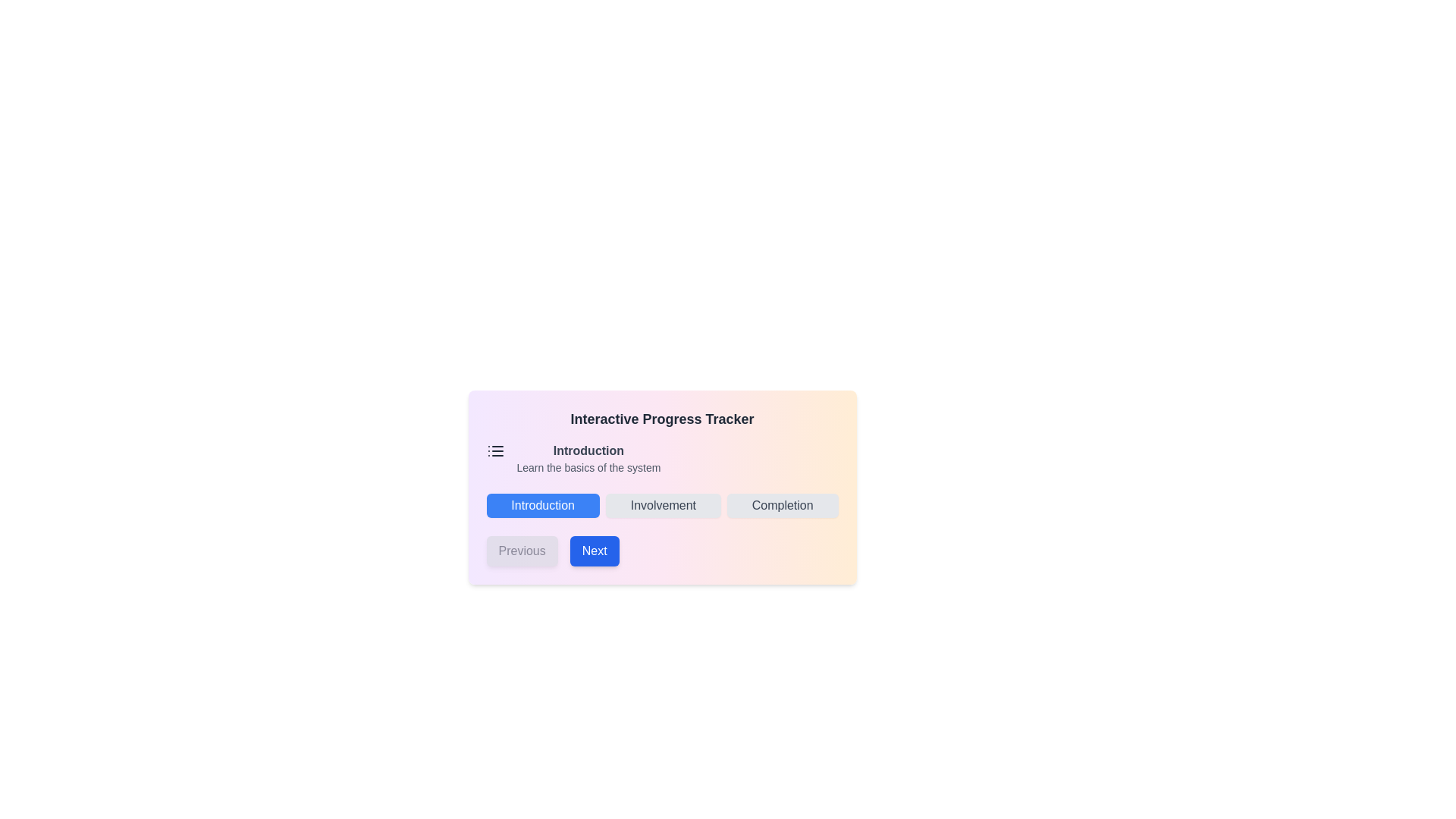 The height and width of the screenshot is (819, 1456). What do you see at coordinates (663, 506) in the screenshot?
I see `the 'Involvement' button which is the second button among a set of three horizontally-aligned buttons, distinguished by its light gray background and medium-weight dark gray text` at bounding box center [663, 506].